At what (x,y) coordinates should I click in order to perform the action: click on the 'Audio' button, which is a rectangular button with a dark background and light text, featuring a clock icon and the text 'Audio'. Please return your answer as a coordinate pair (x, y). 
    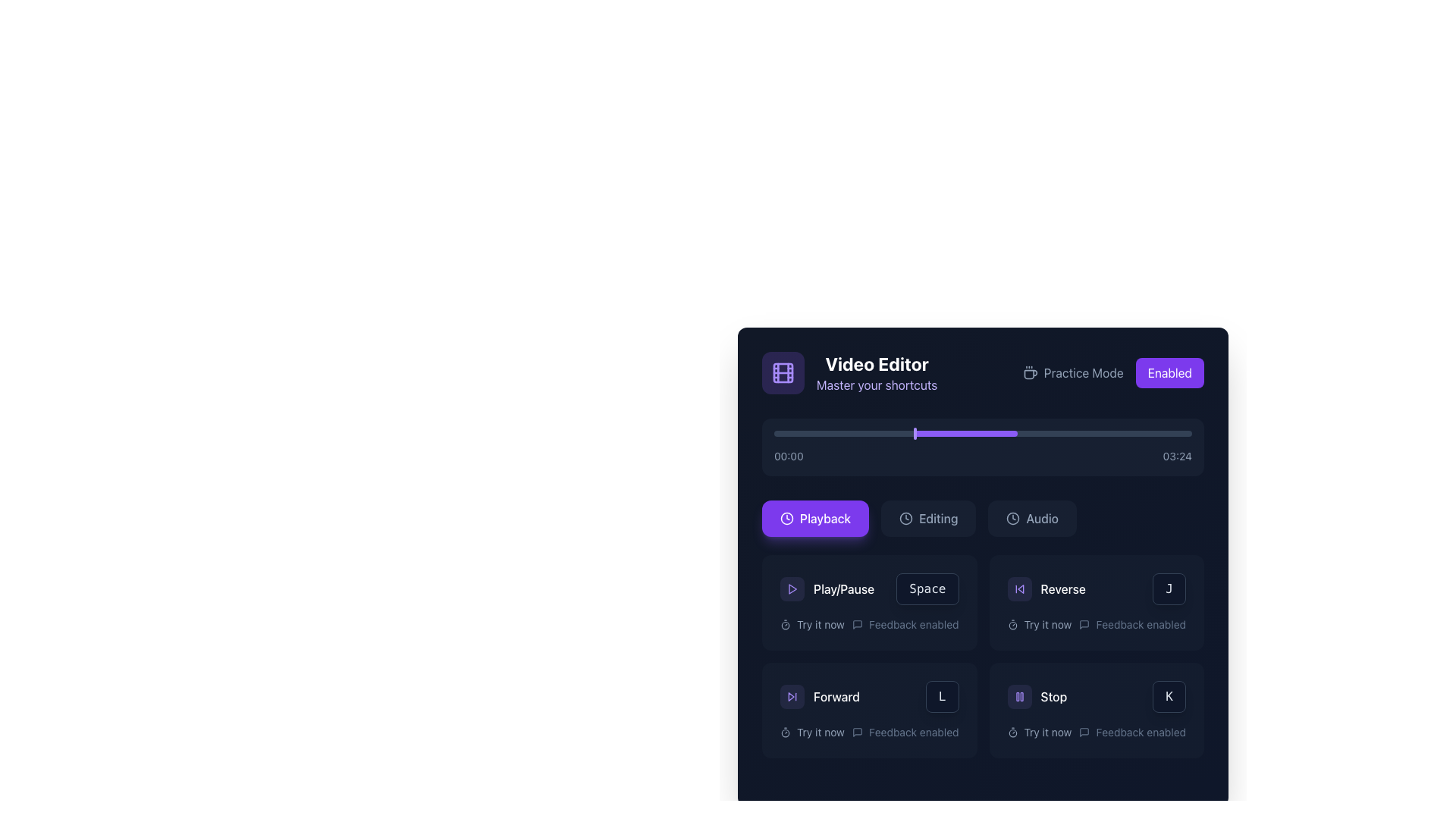
    Looking at the image, I should click on (1031, 517).